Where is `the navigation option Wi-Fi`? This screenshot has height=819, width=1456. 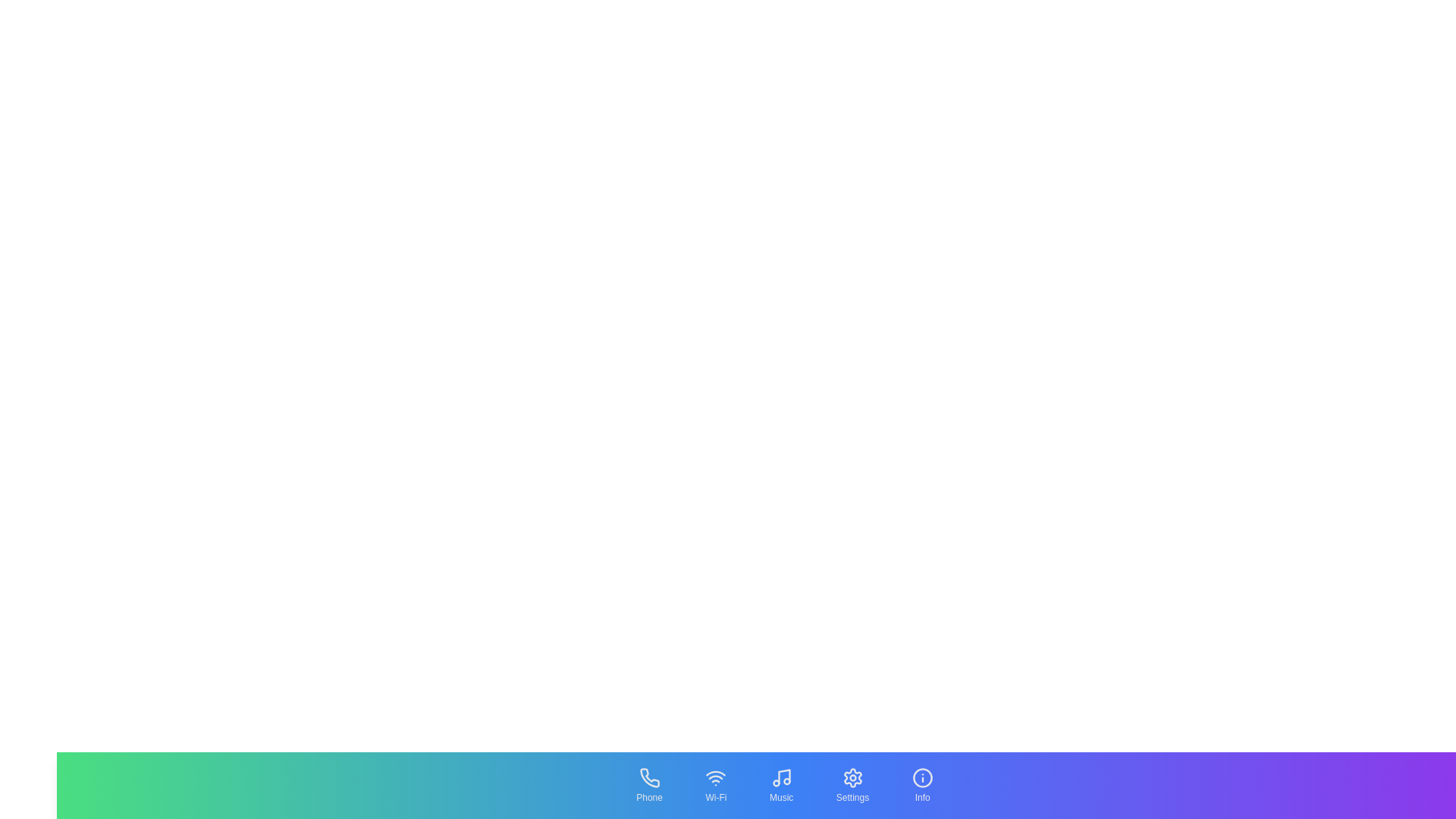 the navigation option Wi-Fi is located at coordinates (715, 785).